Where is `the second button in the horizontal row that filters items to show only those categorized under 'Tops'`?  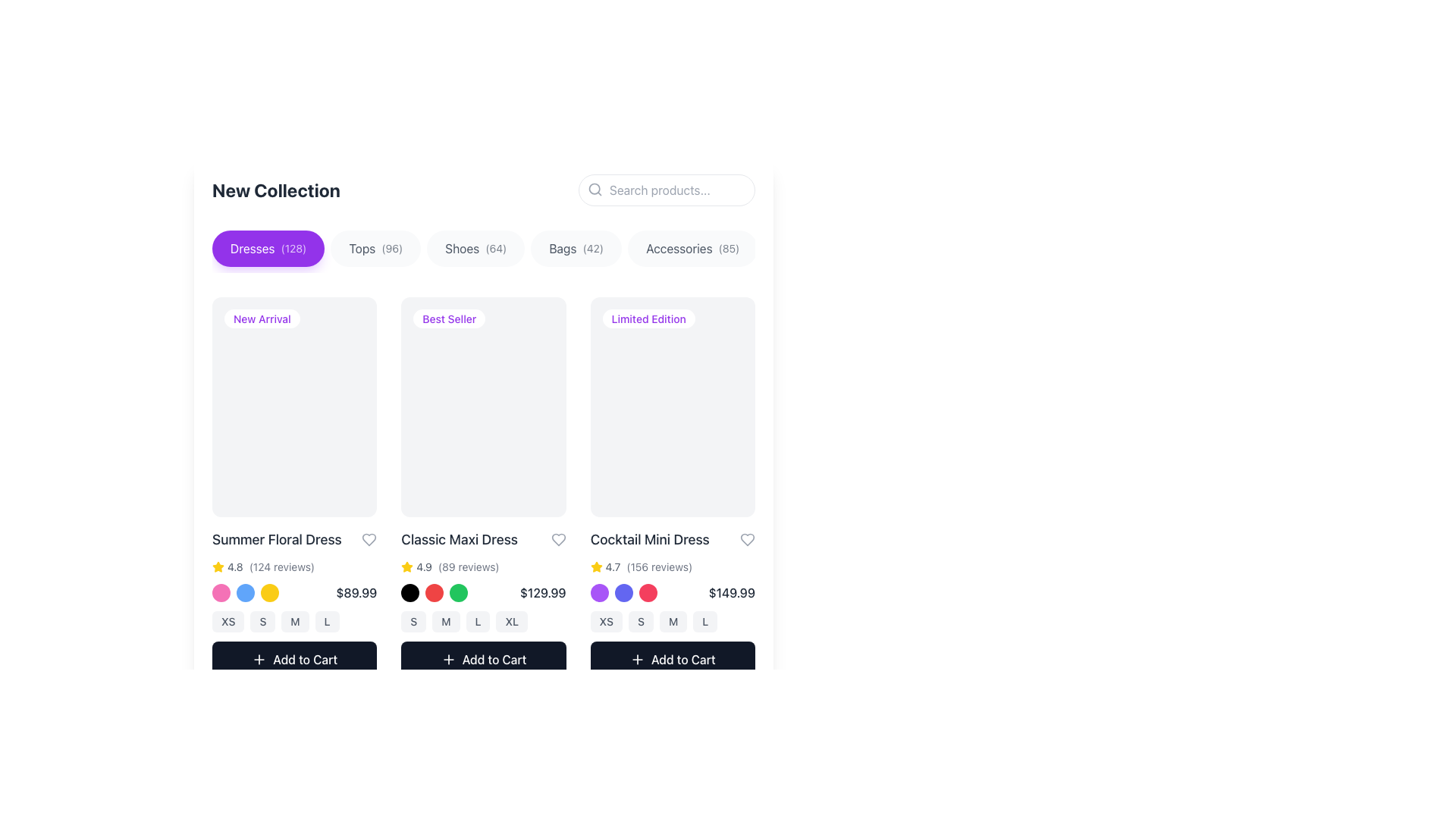
the second button in the horizontal row that filters items to show only those categorized under 'Tops' is located at coordinates (375, 247).